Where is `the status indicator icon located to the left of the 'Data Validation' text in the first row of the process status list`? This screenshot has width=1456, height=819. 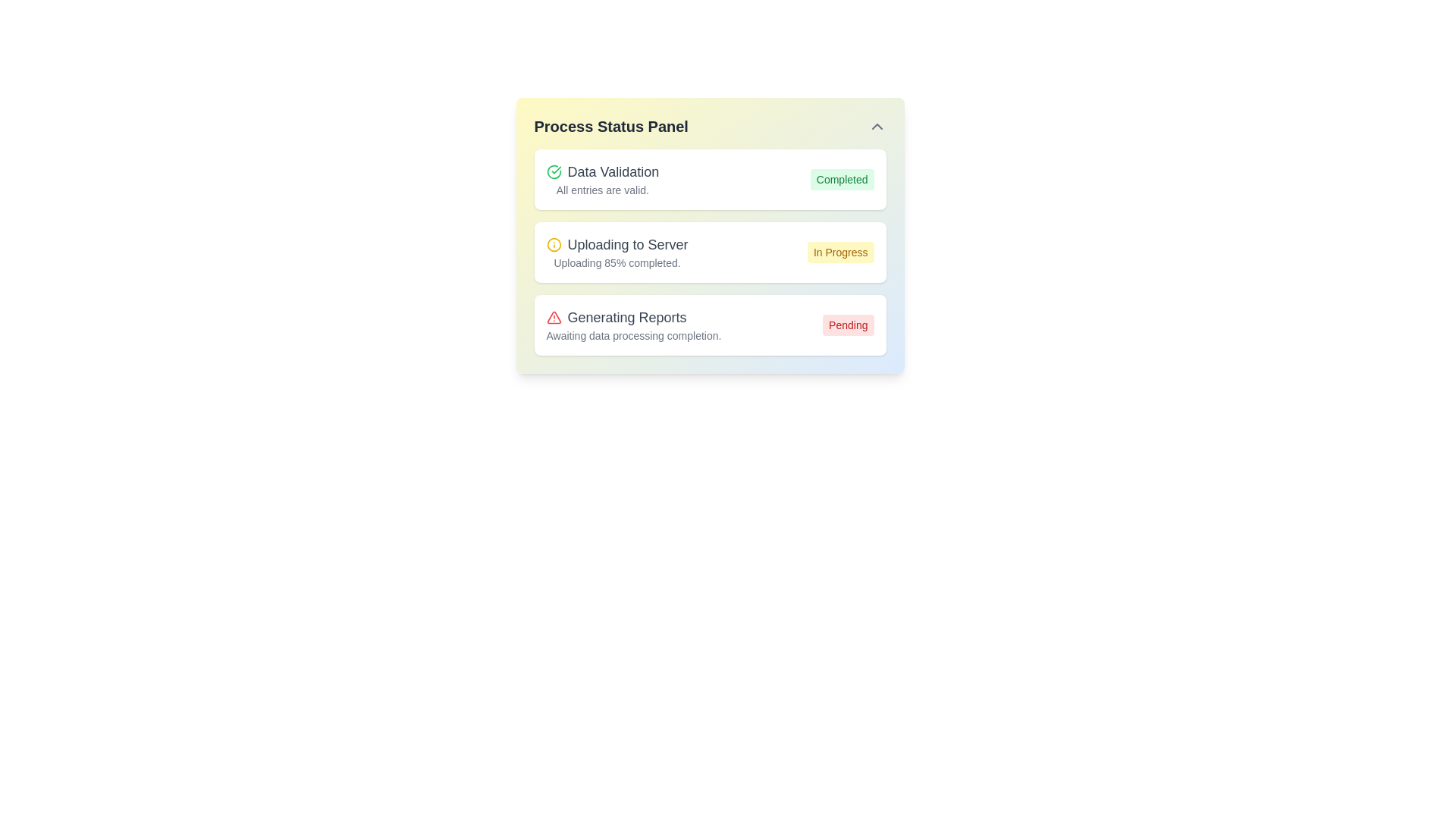
the status indicator icon located to the left of the 'Data Validation' text in the first row of the process status list is located at coordinates (553, 171).